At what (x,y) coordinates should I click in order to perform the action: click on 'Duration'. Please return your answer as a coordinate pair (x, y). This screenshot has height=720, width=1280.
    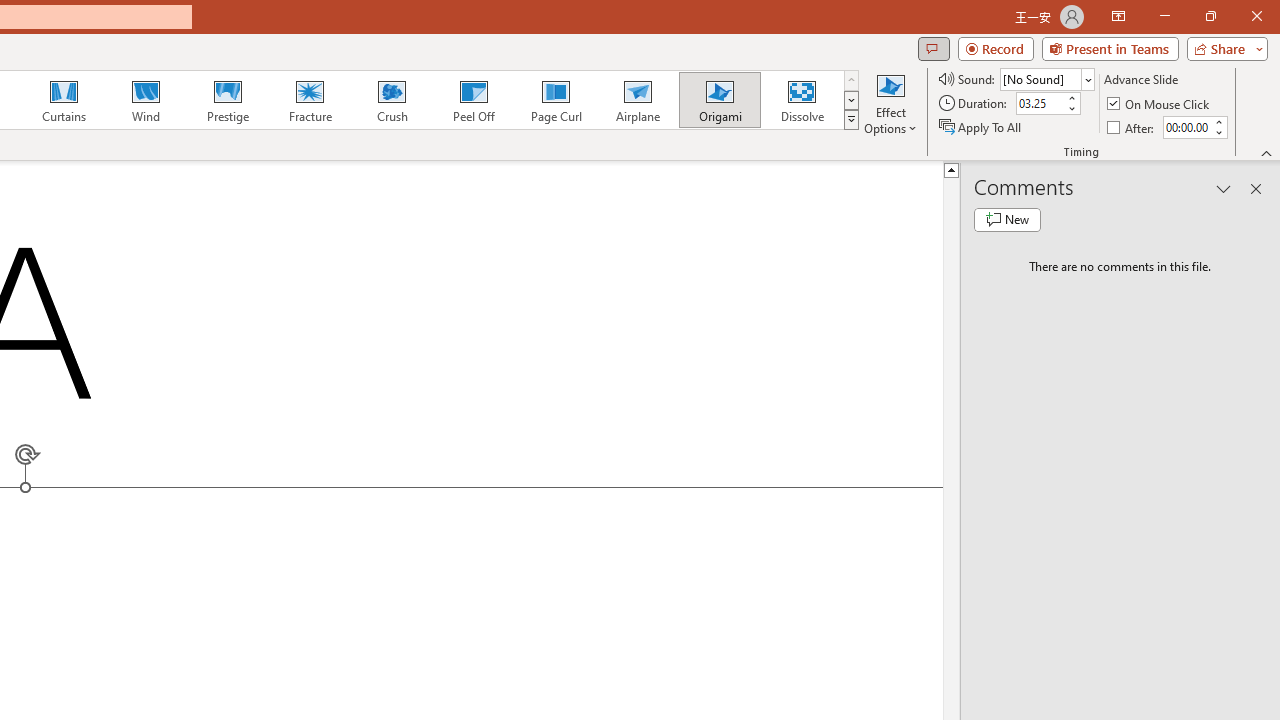
    Looking at the image, I should click on (1040, 103).